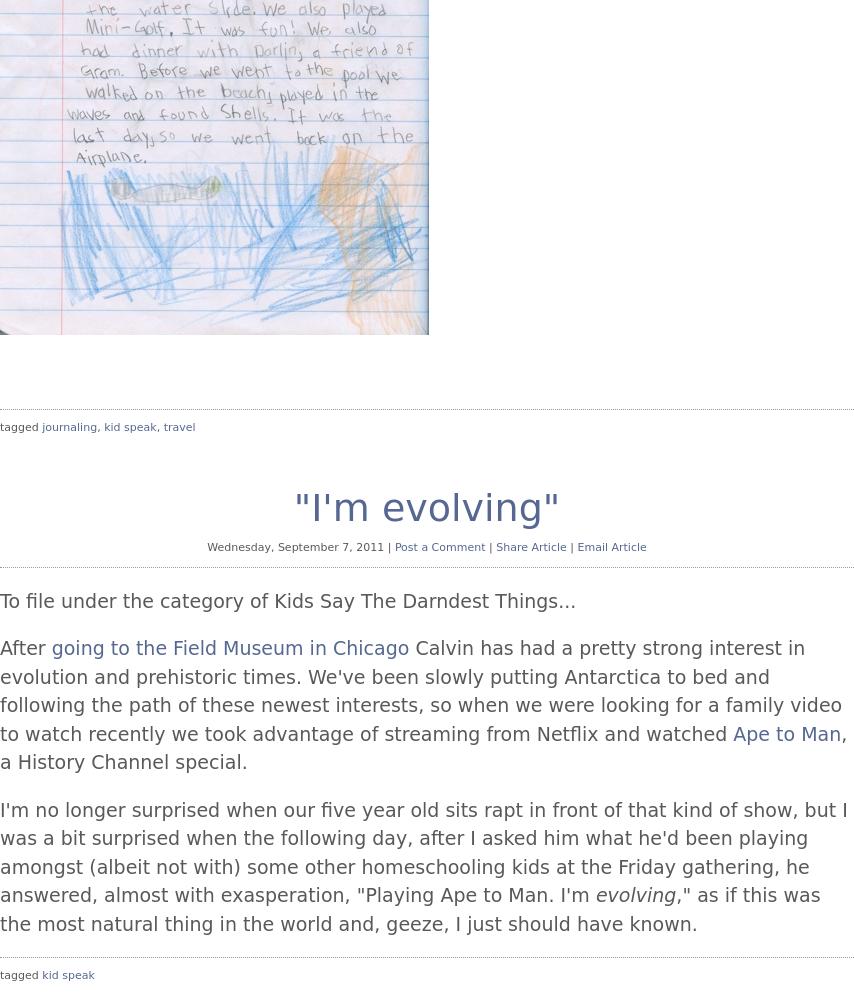 The image size is (854, 994). Describe the element at coordinates (206, 546) in the screenshot. I see `'Wednesday, September 7, 2011'` at that location.